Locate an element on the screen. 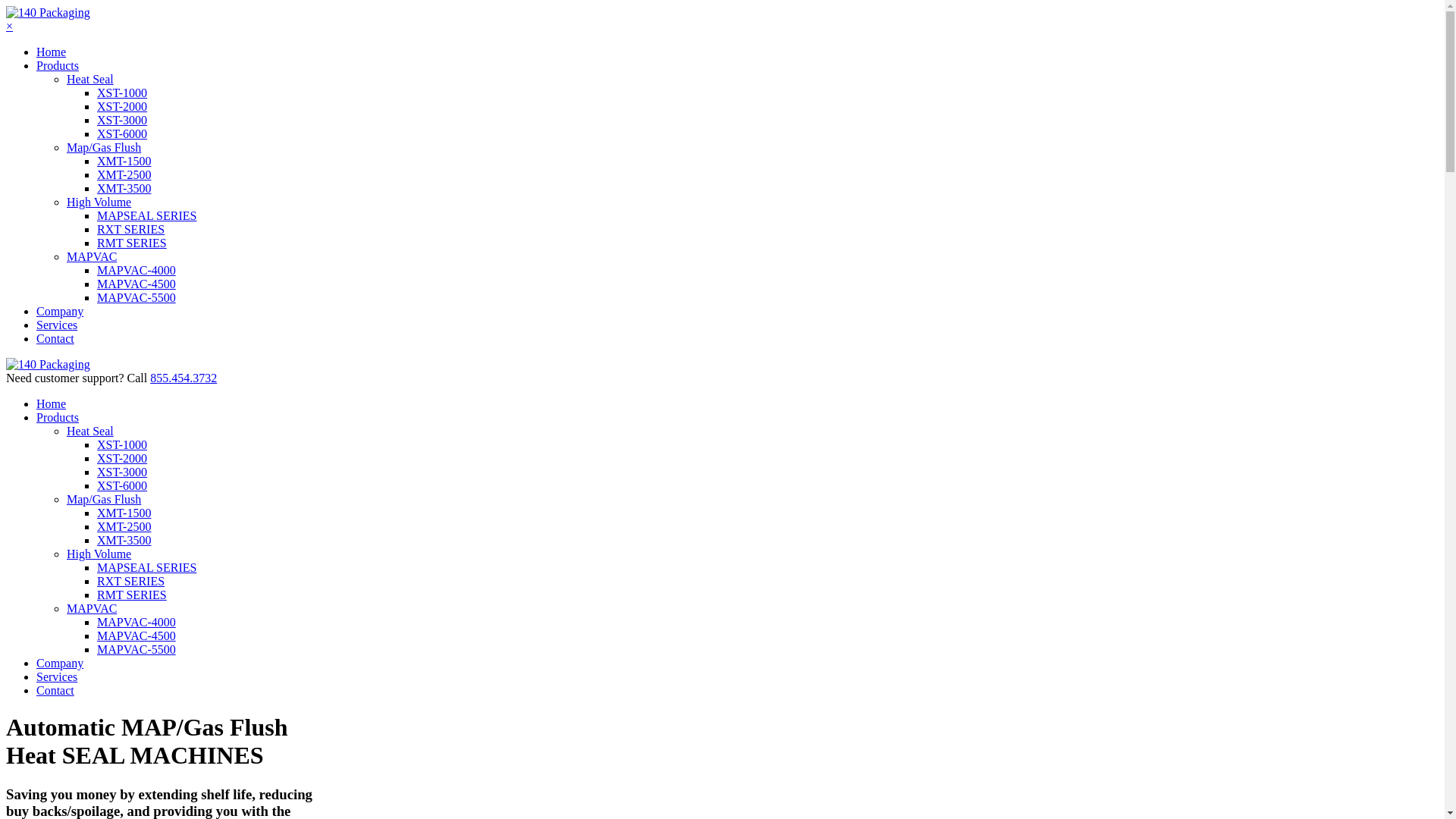 Image resolution: width=1456 pixels, height=819 pixels. 'MAPVAC-5500' is located at coordinates (136, 297).